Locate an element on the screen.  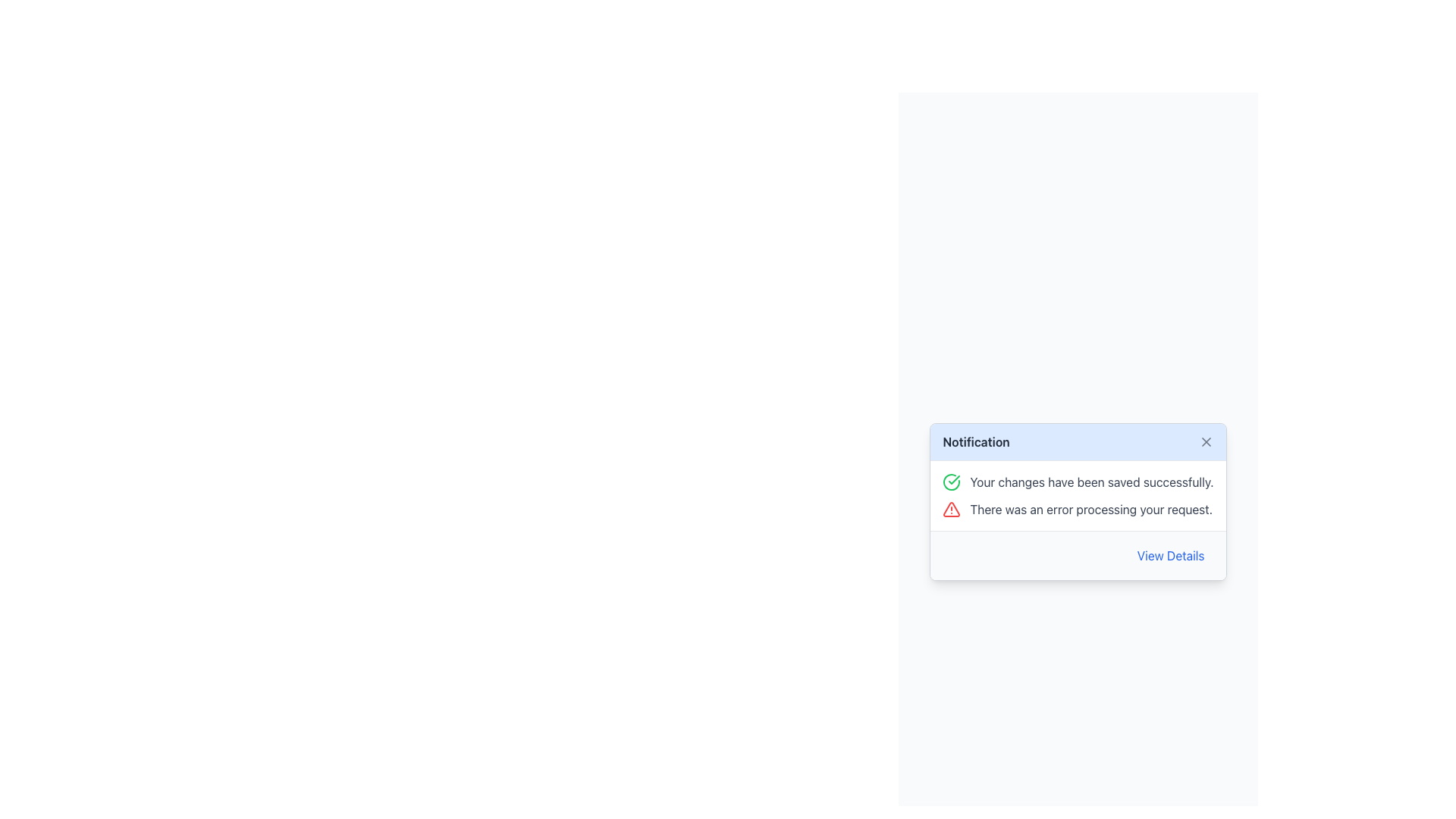
the decorative 'X' icon button in the top-right corner of the notification header is located at coordinates (1205, 441).